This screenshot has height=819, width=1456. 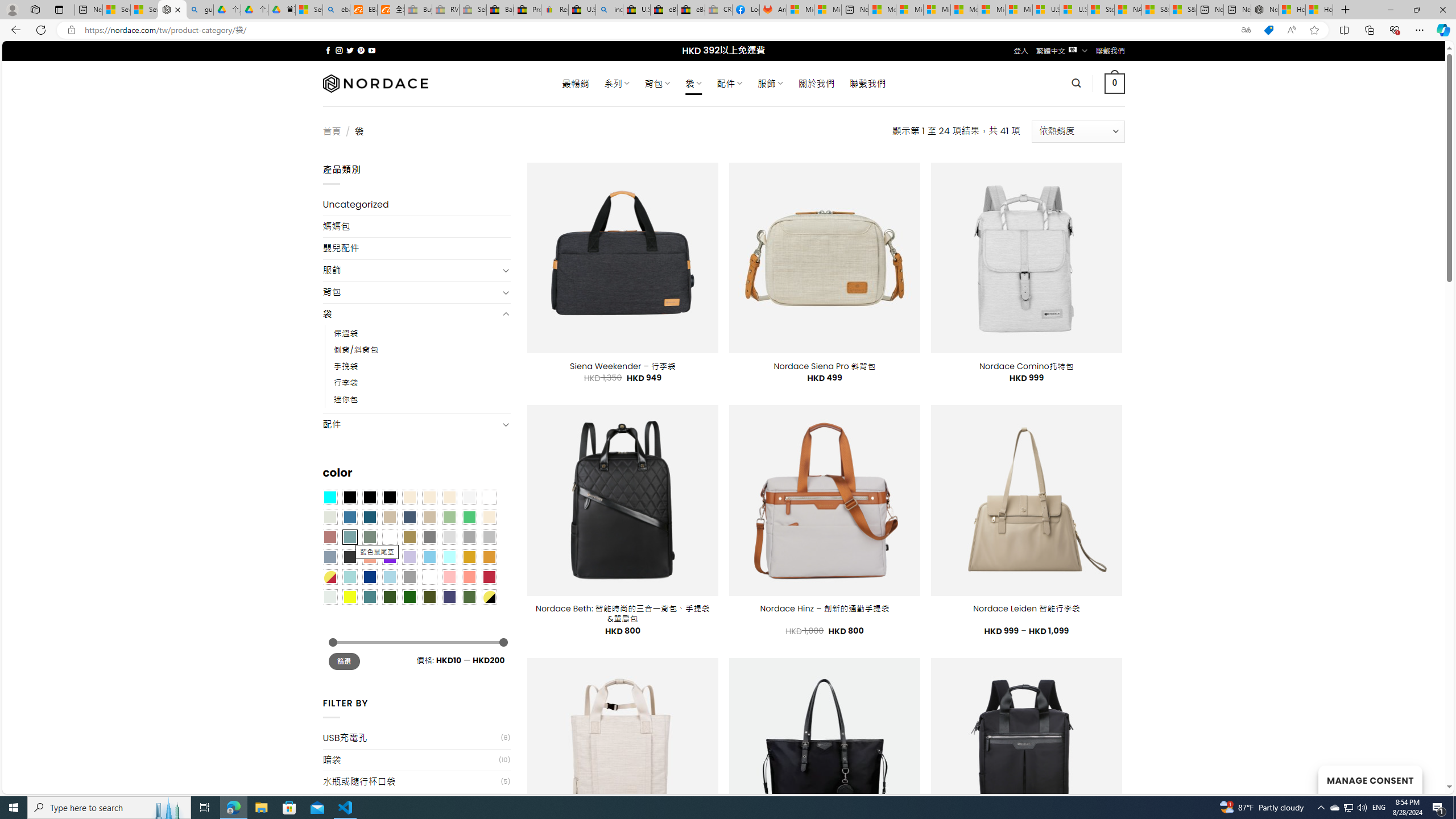 What do you see at coordinates (449, 497) in the screenshot?
I see `'Cream'` at bounding box center [449, 497].